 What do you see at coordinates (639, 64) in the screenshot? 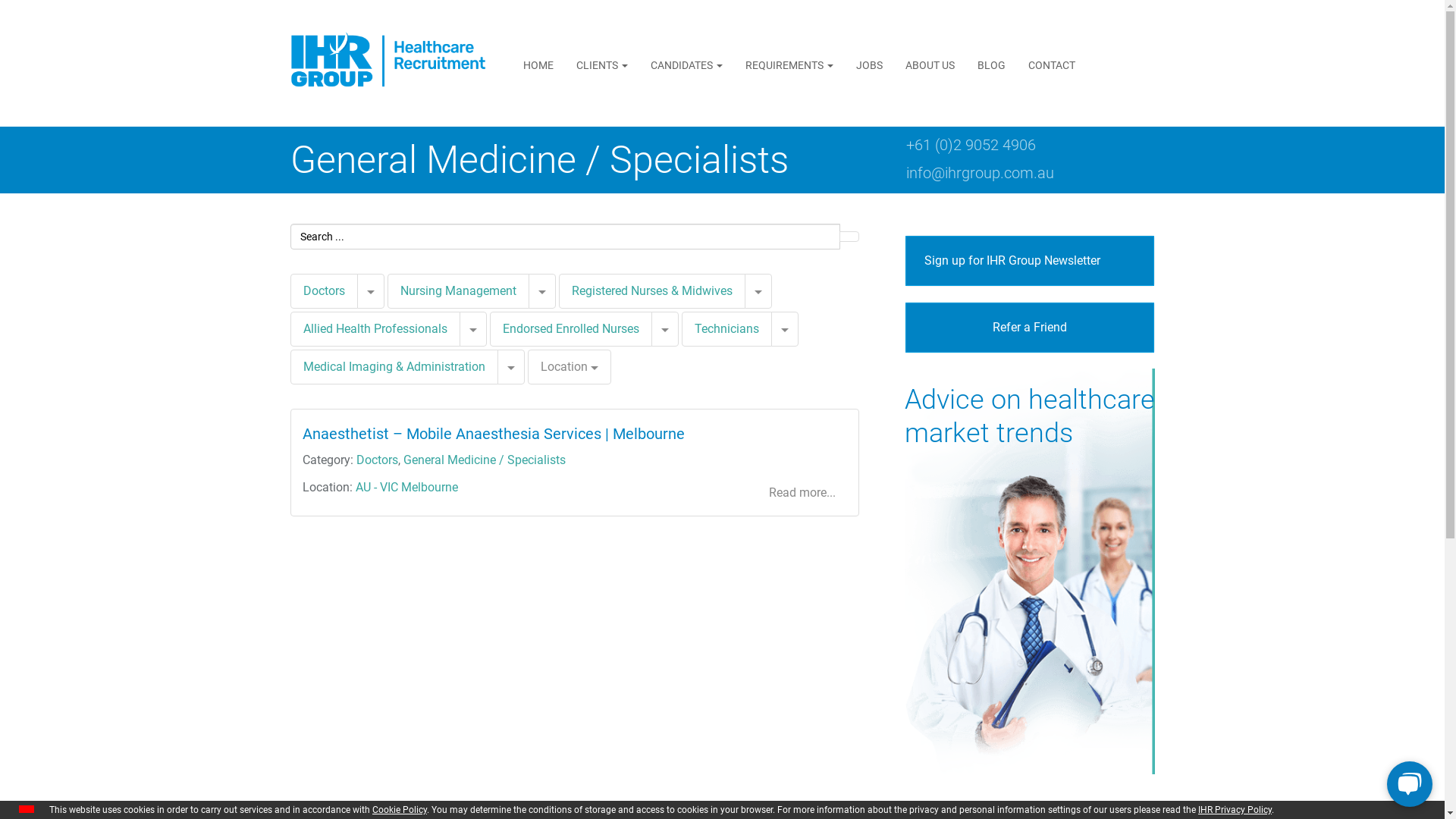
I see `'CANDIDATES'` at bounding box center [639, 64].